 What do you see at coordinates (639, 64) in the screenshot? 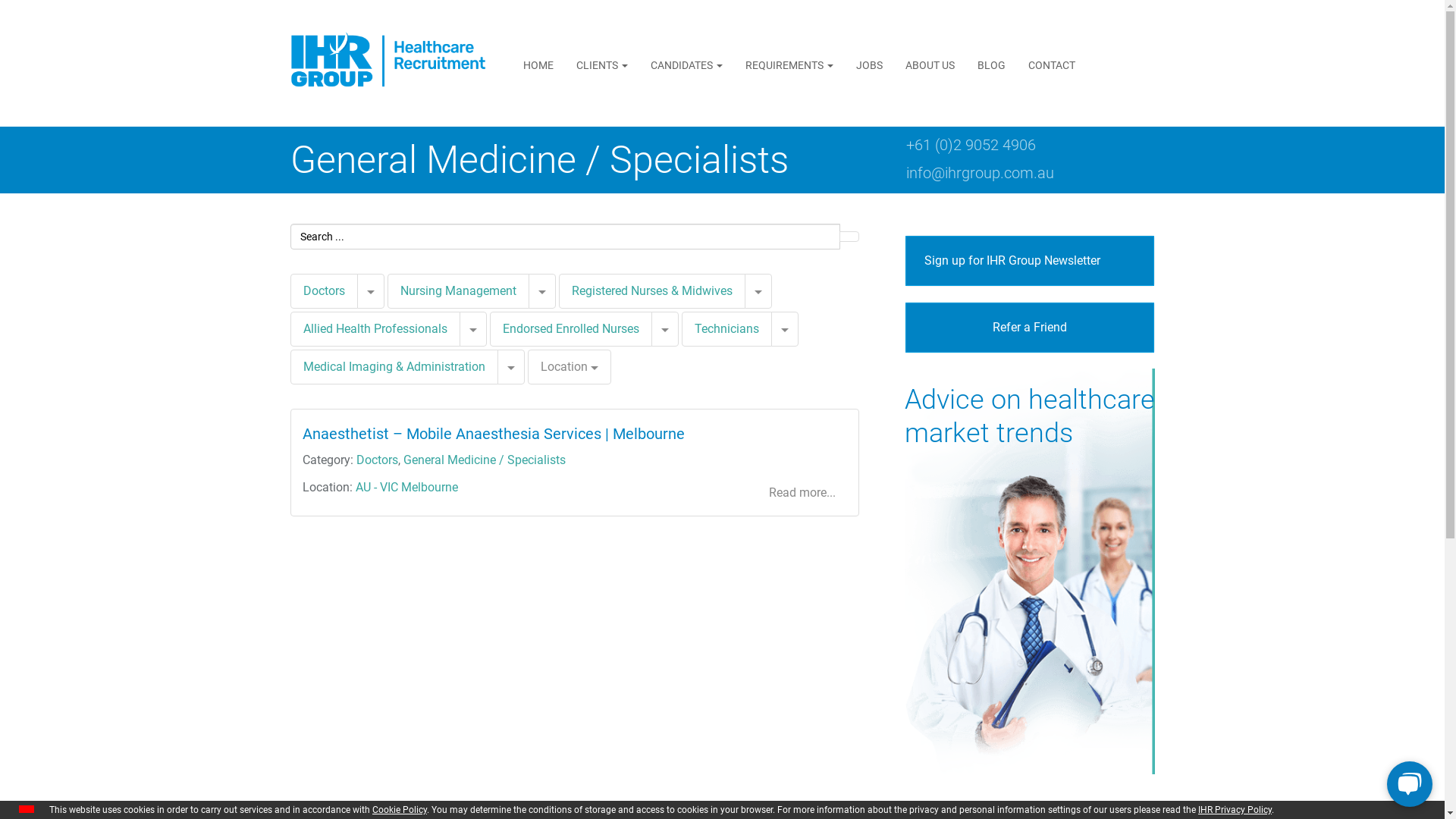
I see `'CANDIDATES'` at bounding box center [639, 64].